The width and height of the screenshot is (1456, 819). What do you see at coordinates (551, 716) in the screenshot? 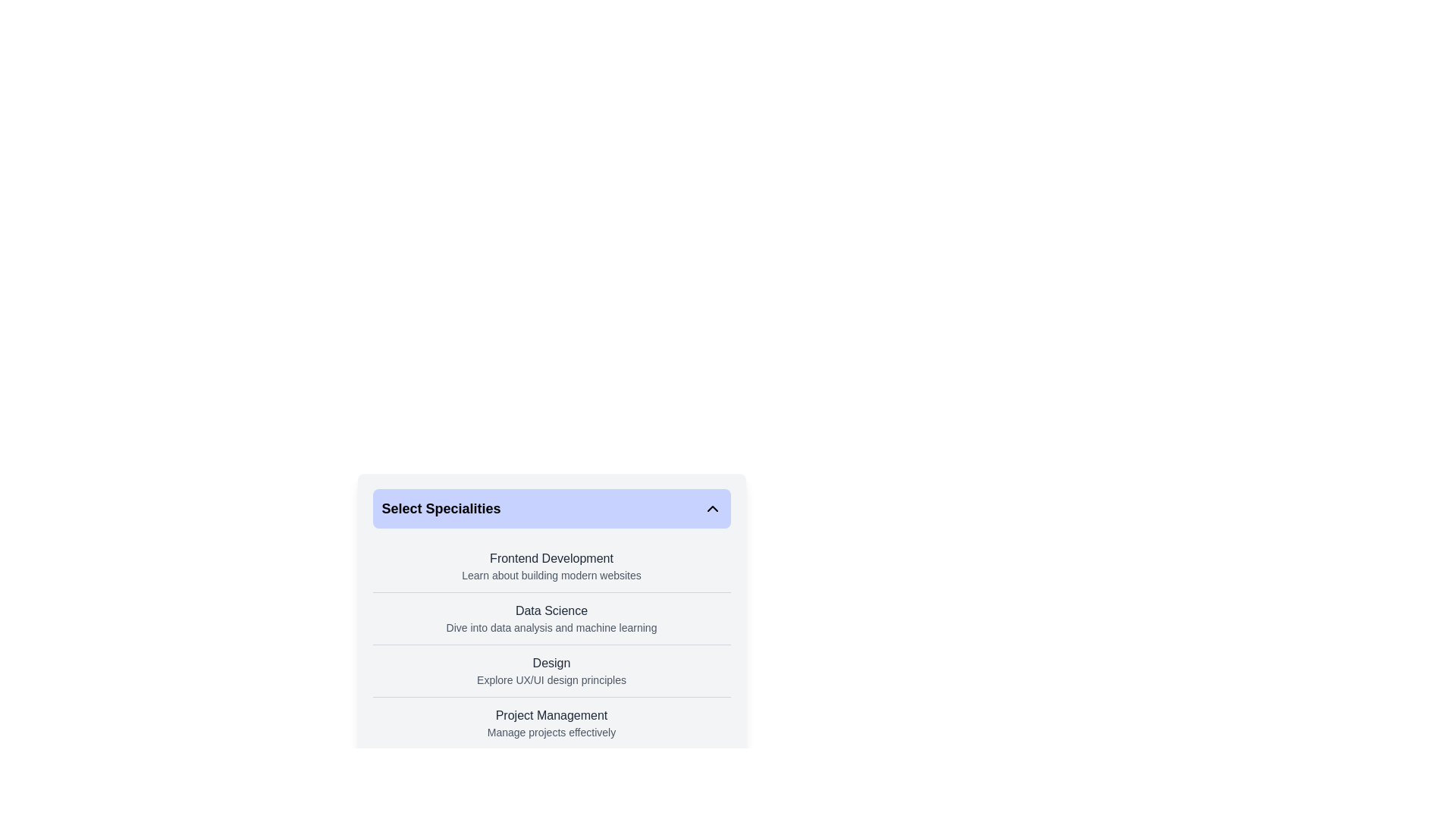
I see `the static text element that serves as a header or title for the subsequent text, positioned above 'Manage projects effectively' in the 'Select Specialities' section` at bounding box center [551, 716].